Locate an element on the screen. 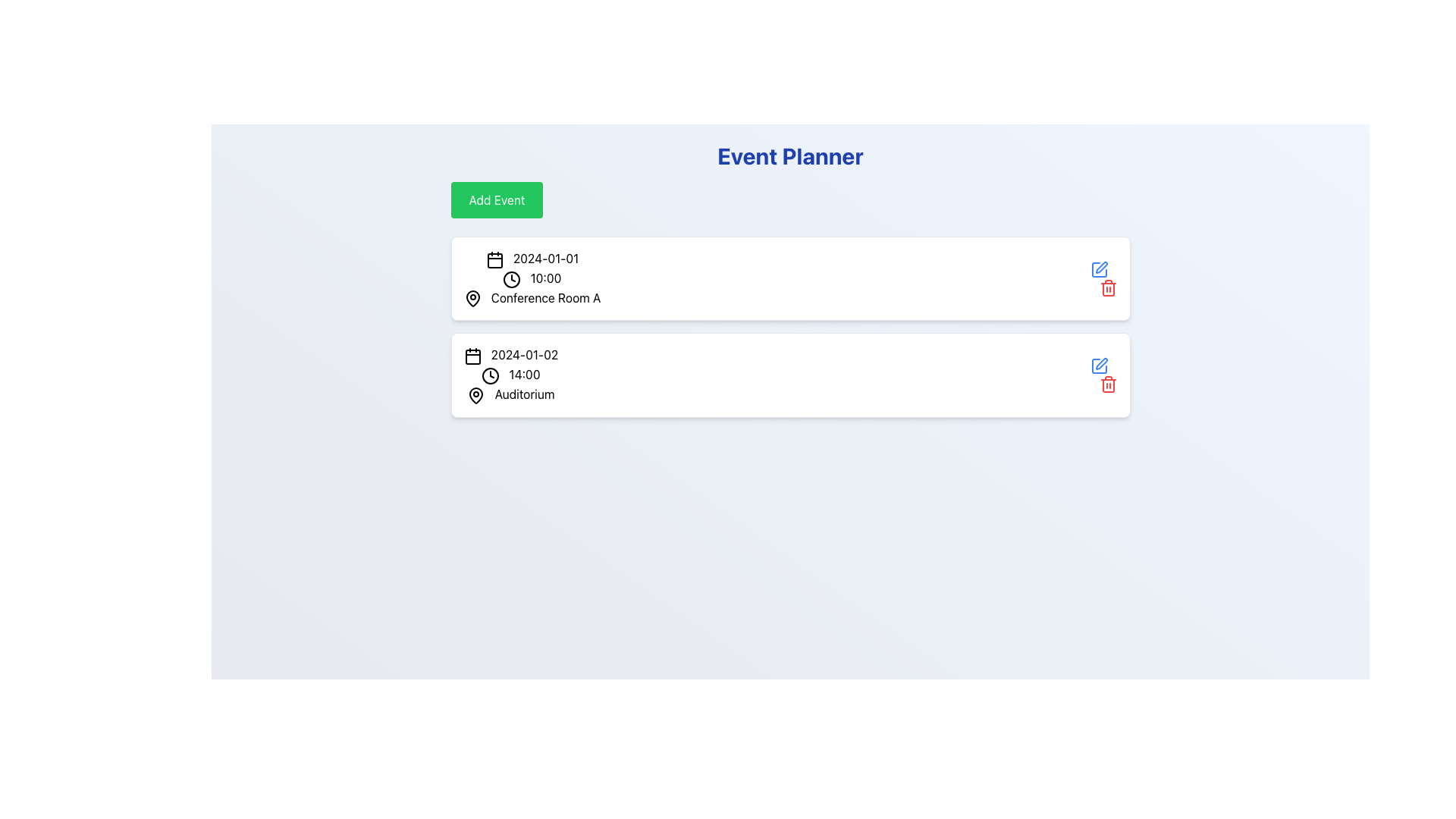  the informational text and icon label displaying the scheduled time for the event located in the second event card below the date '2024-01-02' and above the location 'Auditorium' is located at coordinates (510, 375).